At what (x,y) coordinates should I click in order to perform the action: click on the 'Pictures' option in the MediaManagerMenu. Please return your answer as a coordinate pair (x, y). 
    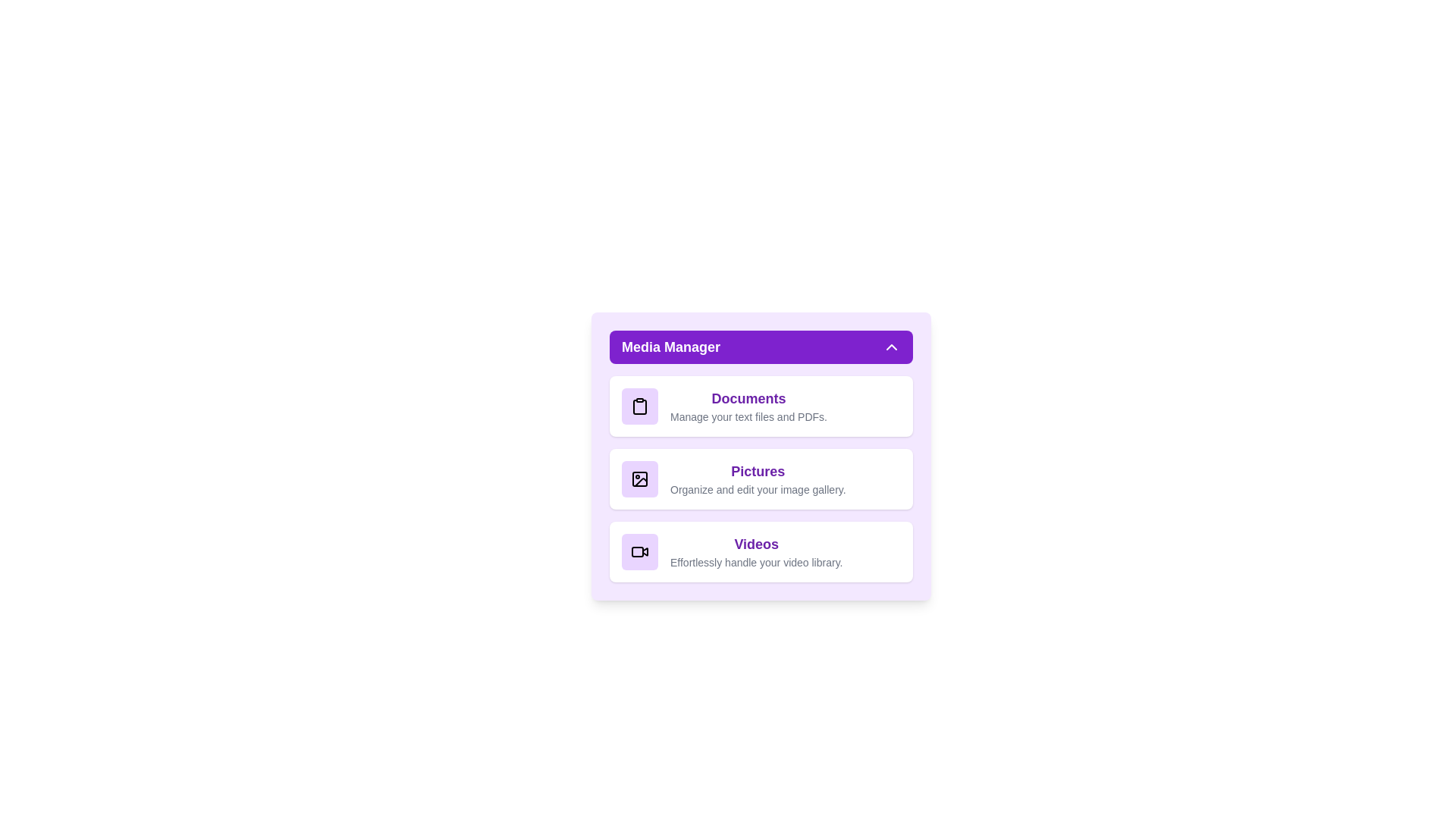
    Looking at the image, I should click on (761, 479).